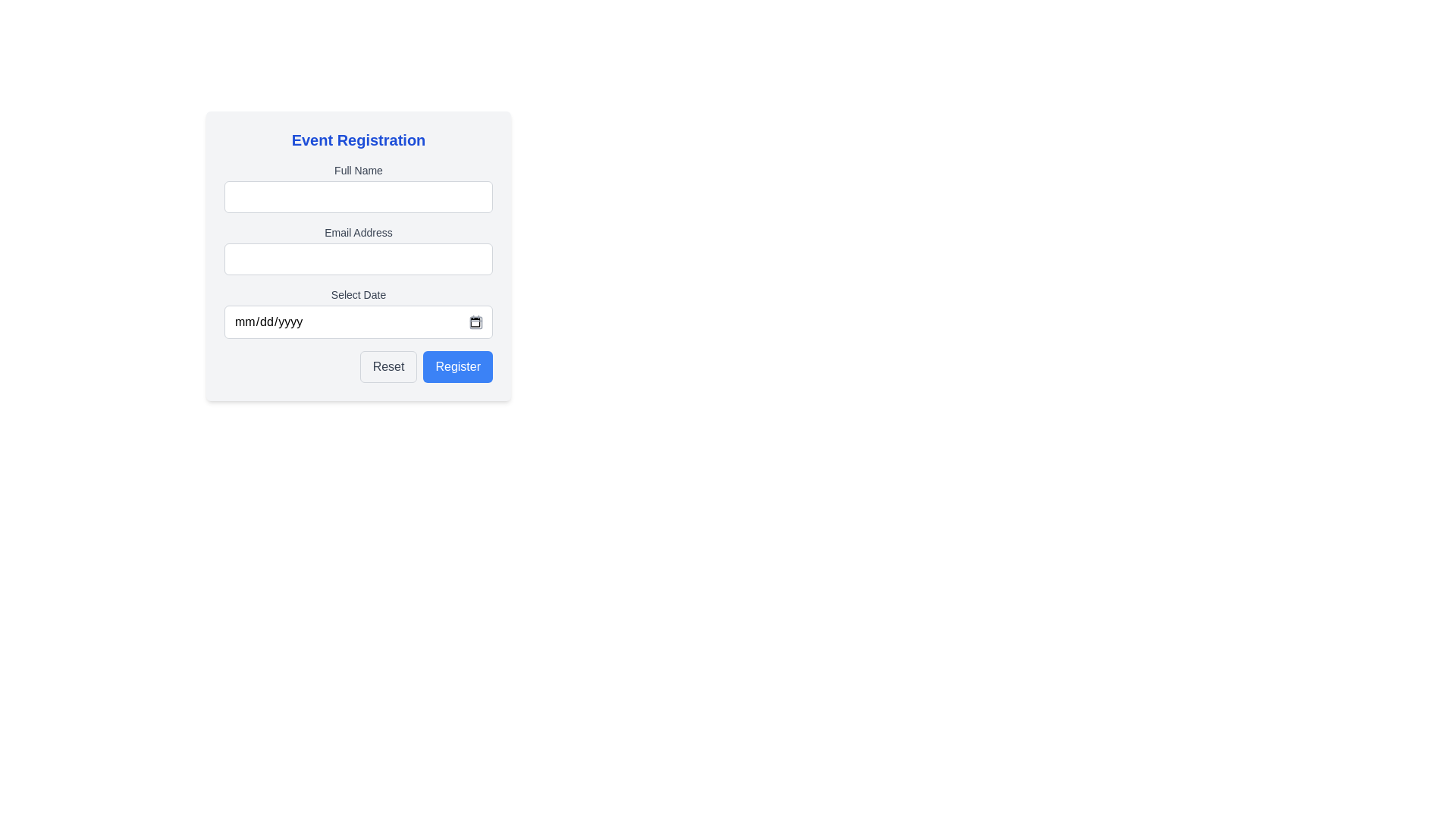 This screenshot has height=819, width=1456. I want to click on the calendar icon button located to the right of the 'Select Date' input field in the registration form layout, so click(475, 321).